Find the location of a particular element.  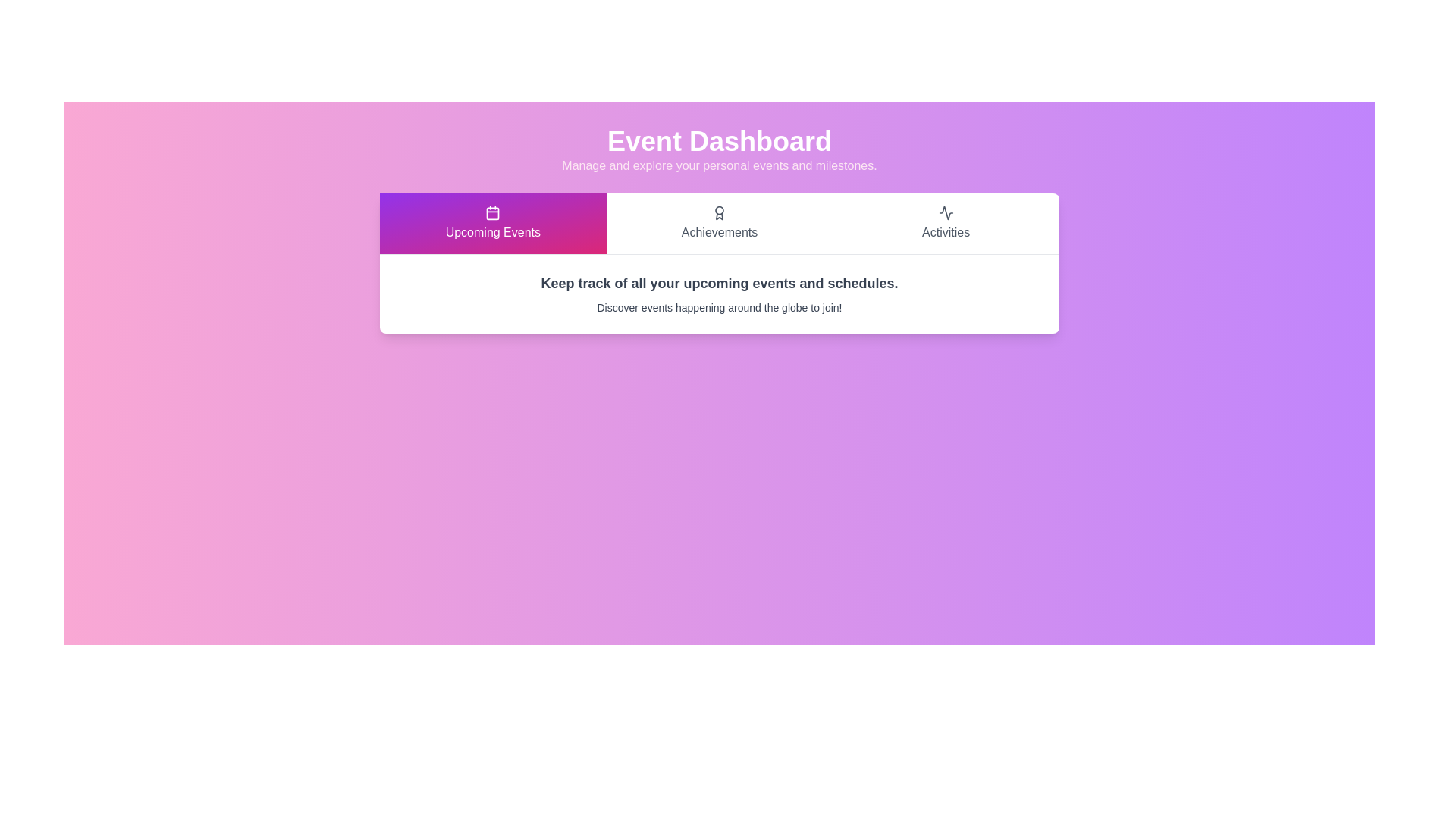

the tab corresponding to Upcoming Events is located at coordinates (492, 223).